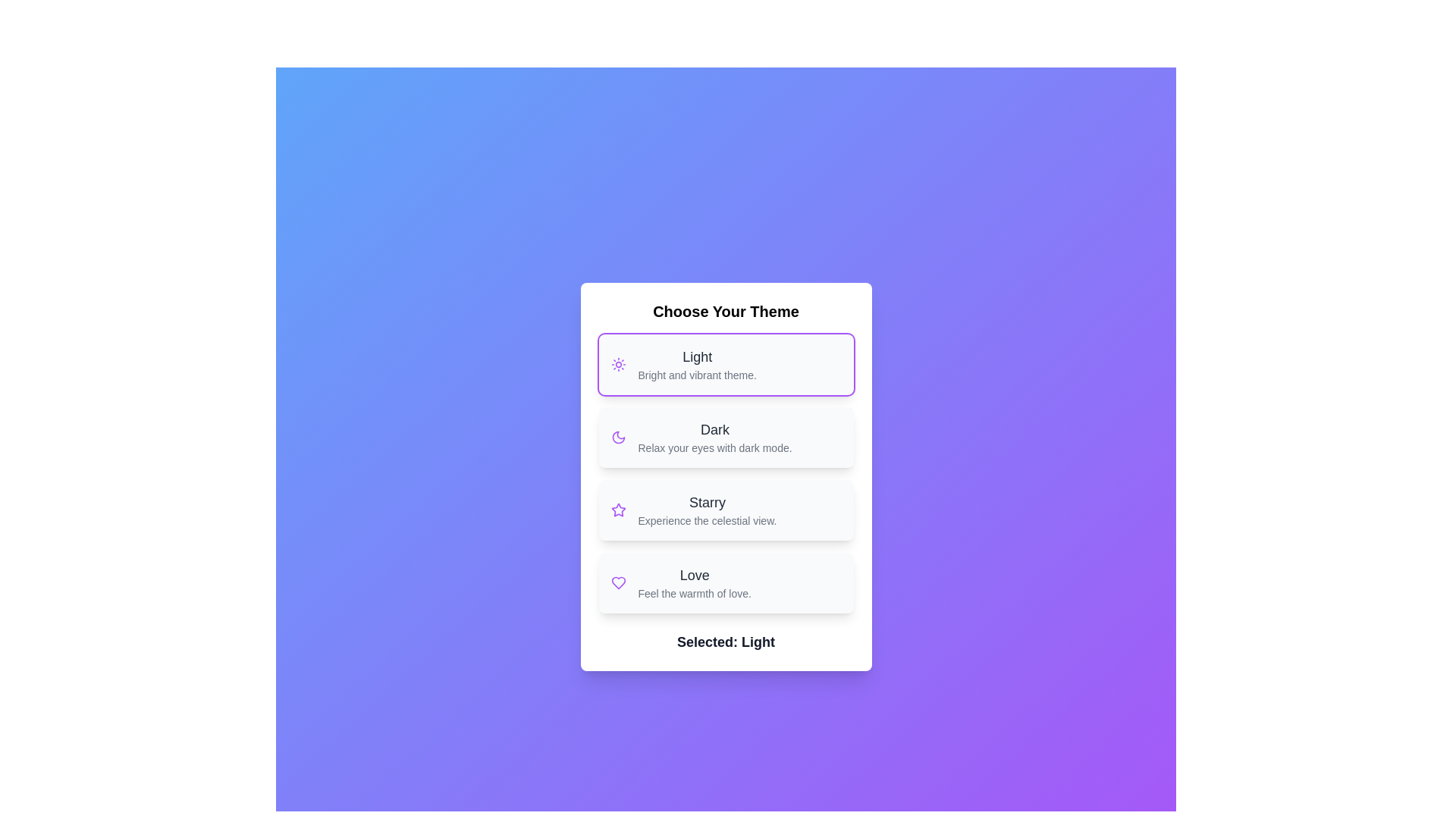 This screenshot has width=1456, height=819. What do you see at coordinates (725, 365) in the screenshot?
I see `the theme Light by clicking on its corresponding area` at bounding box center [725, 365].